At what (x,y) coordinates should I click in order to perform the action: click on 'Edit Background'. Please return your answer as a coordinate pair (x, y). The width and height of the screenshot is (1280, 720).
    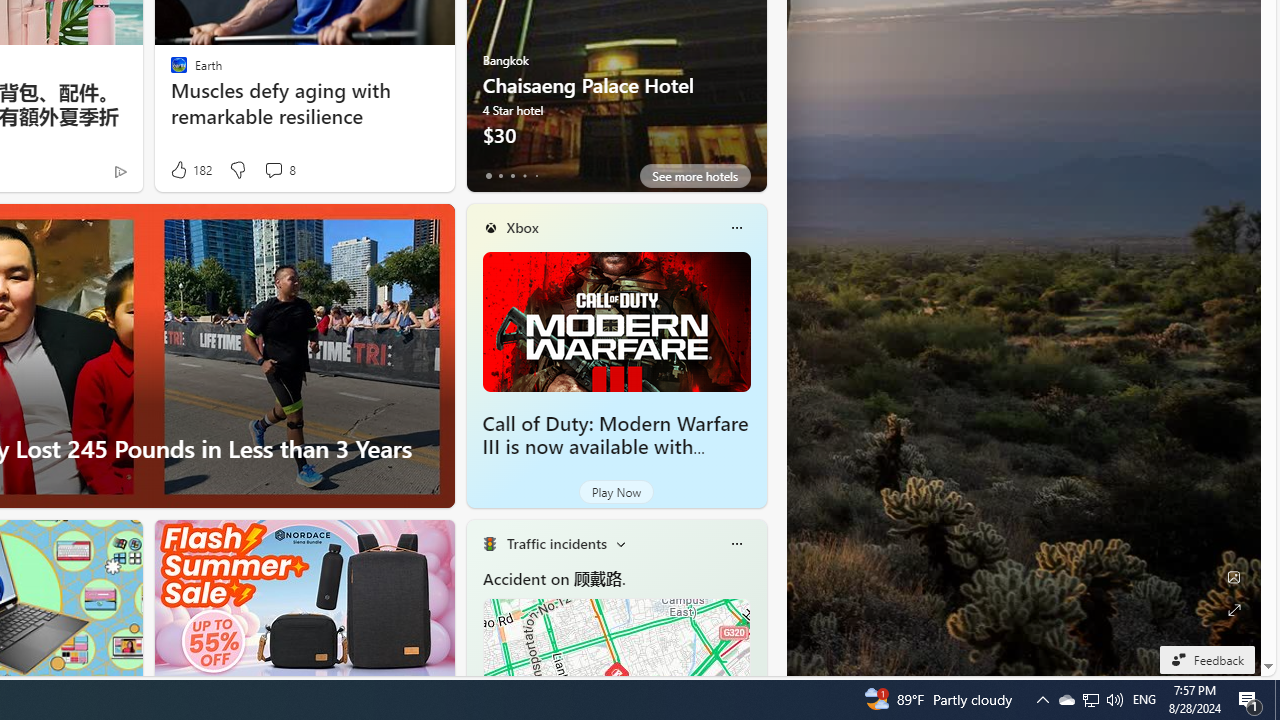
    Looking at the image, I should click on (1232, 577).